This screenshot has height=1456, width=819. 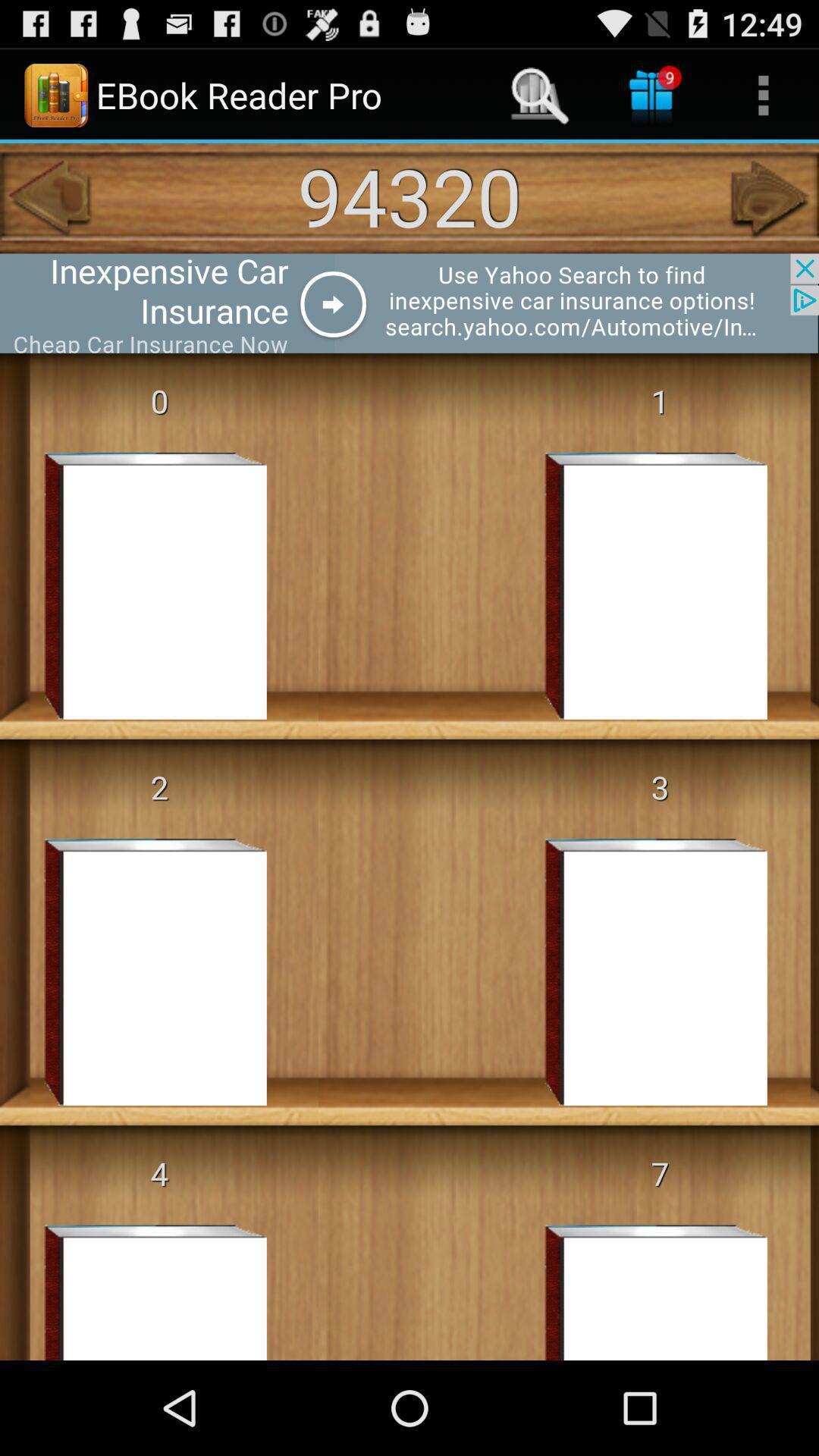 I want to click on item above the 94320, so click(x=763, y=94).